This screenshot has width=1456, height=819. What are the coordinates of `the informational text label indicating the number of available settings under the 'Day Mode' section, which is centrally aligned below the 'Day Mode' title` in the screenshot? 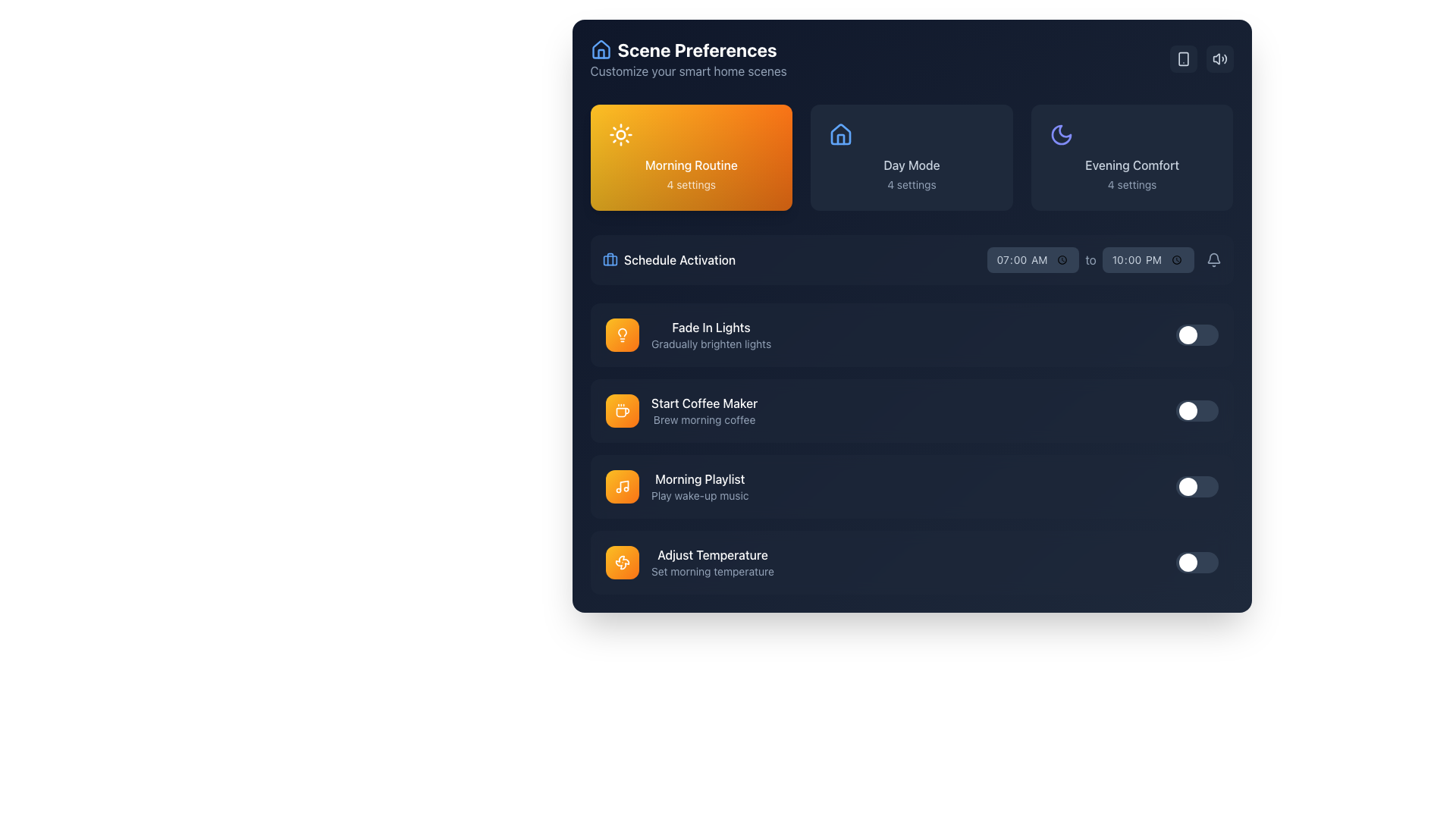 It's located at (911, 184).